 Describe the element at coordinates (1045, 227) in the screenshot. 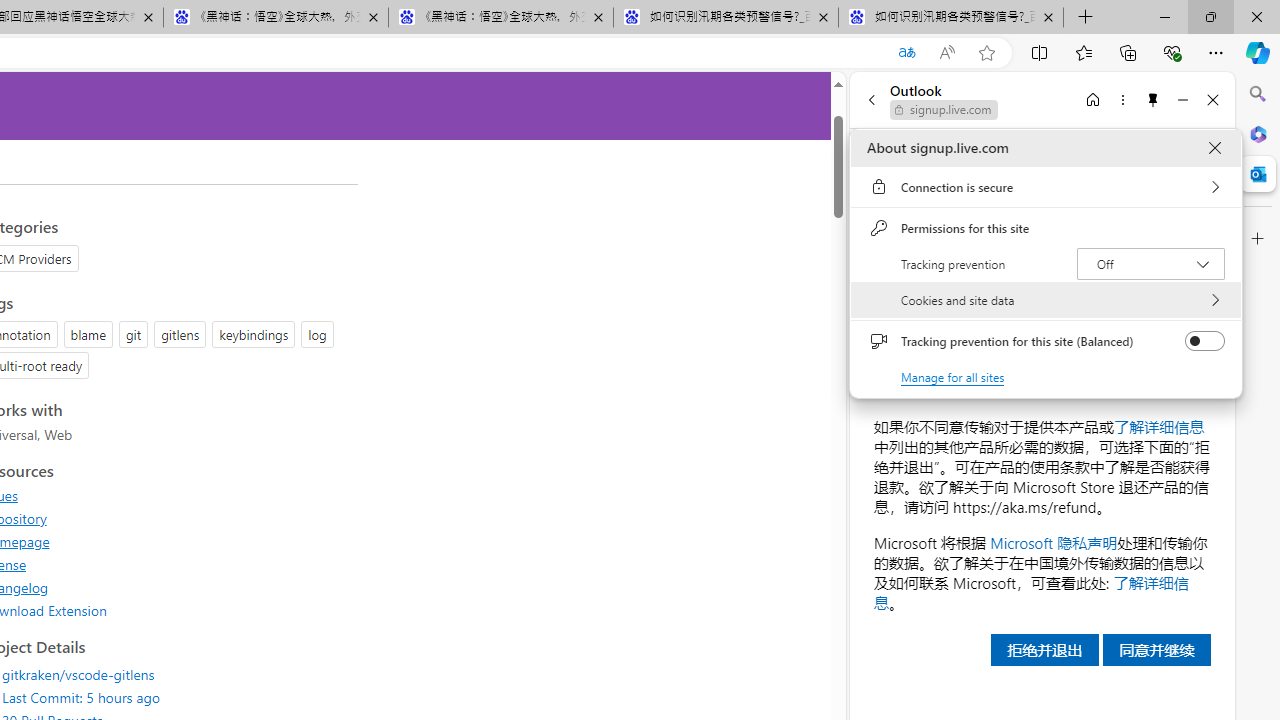

I see `'Permissions for this site'` at that location.